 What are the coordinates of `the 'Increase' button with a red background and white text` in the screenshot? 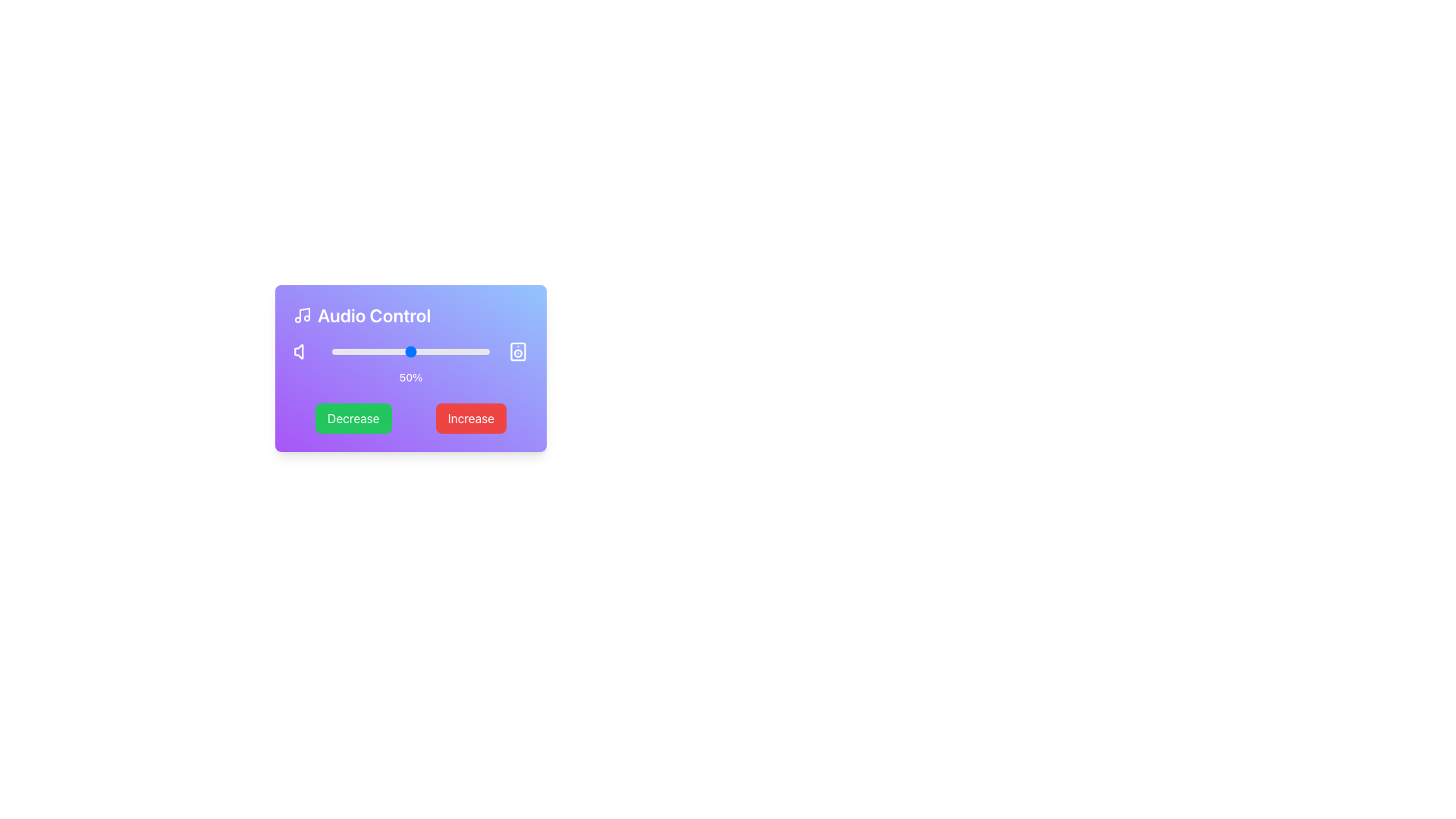 It's located at (470, 418).